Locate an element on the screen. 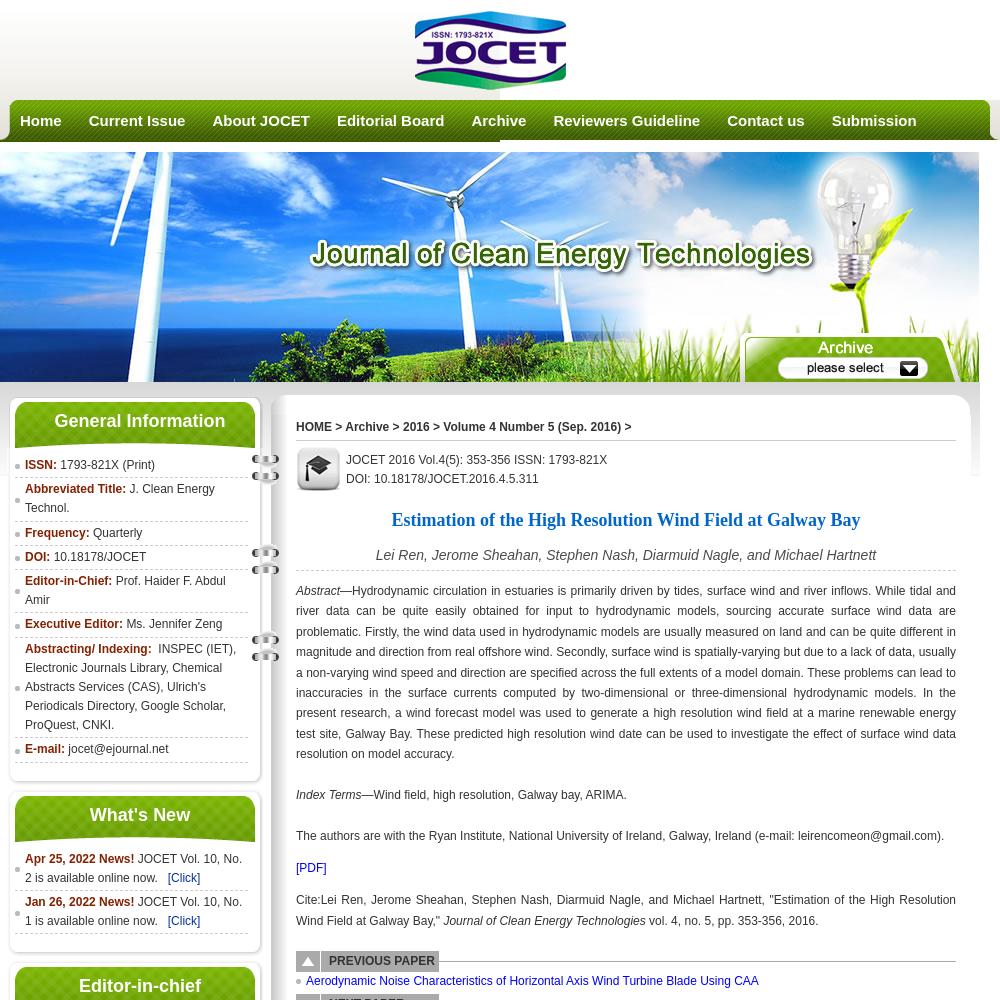  '—Wind field, high resolution, Galway bay, ARIMA.' is located at coordinates (360, 794).